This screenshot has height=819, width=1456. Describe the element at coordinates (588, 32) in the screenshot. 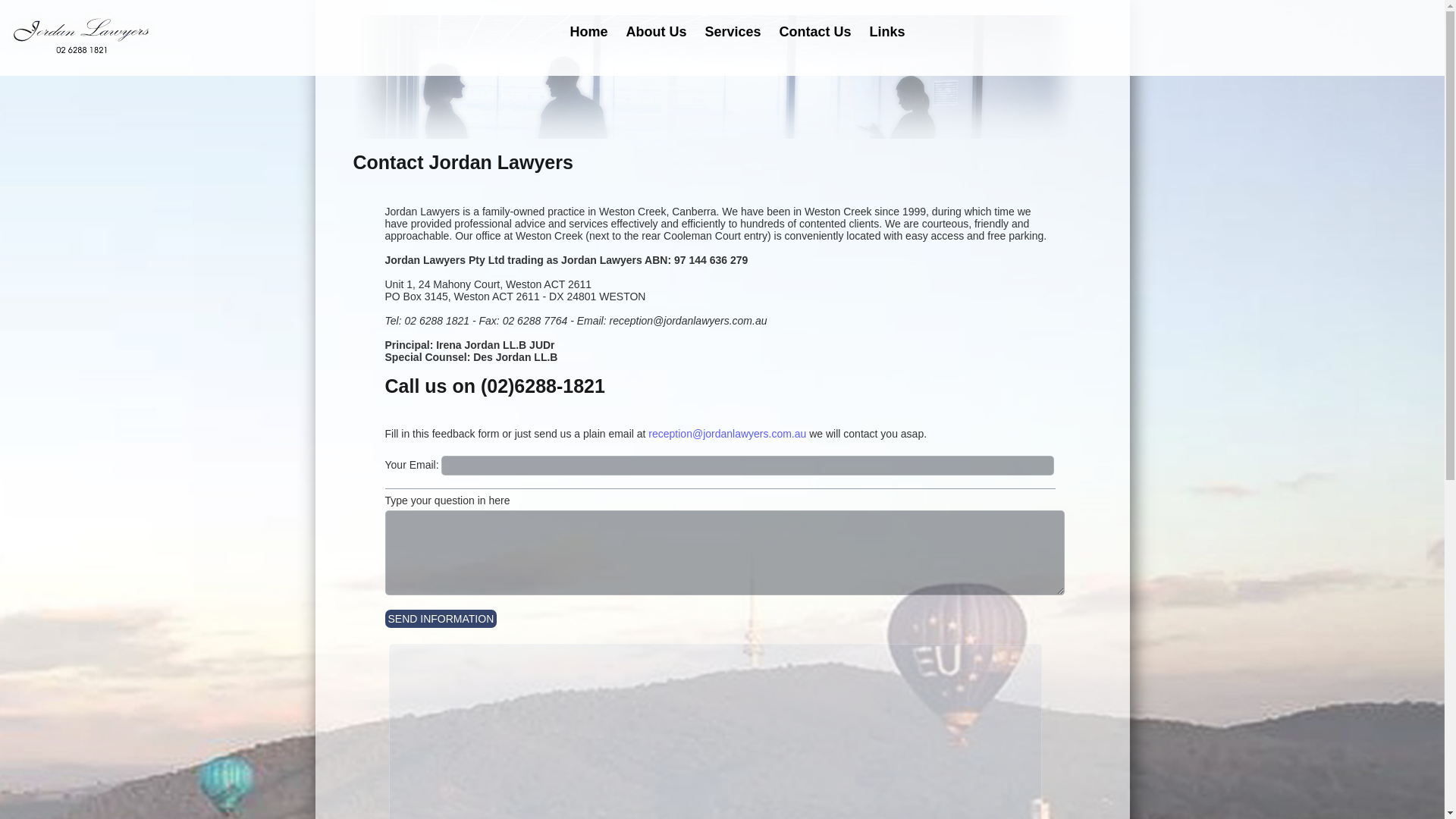

I see `'Home'` at that location.